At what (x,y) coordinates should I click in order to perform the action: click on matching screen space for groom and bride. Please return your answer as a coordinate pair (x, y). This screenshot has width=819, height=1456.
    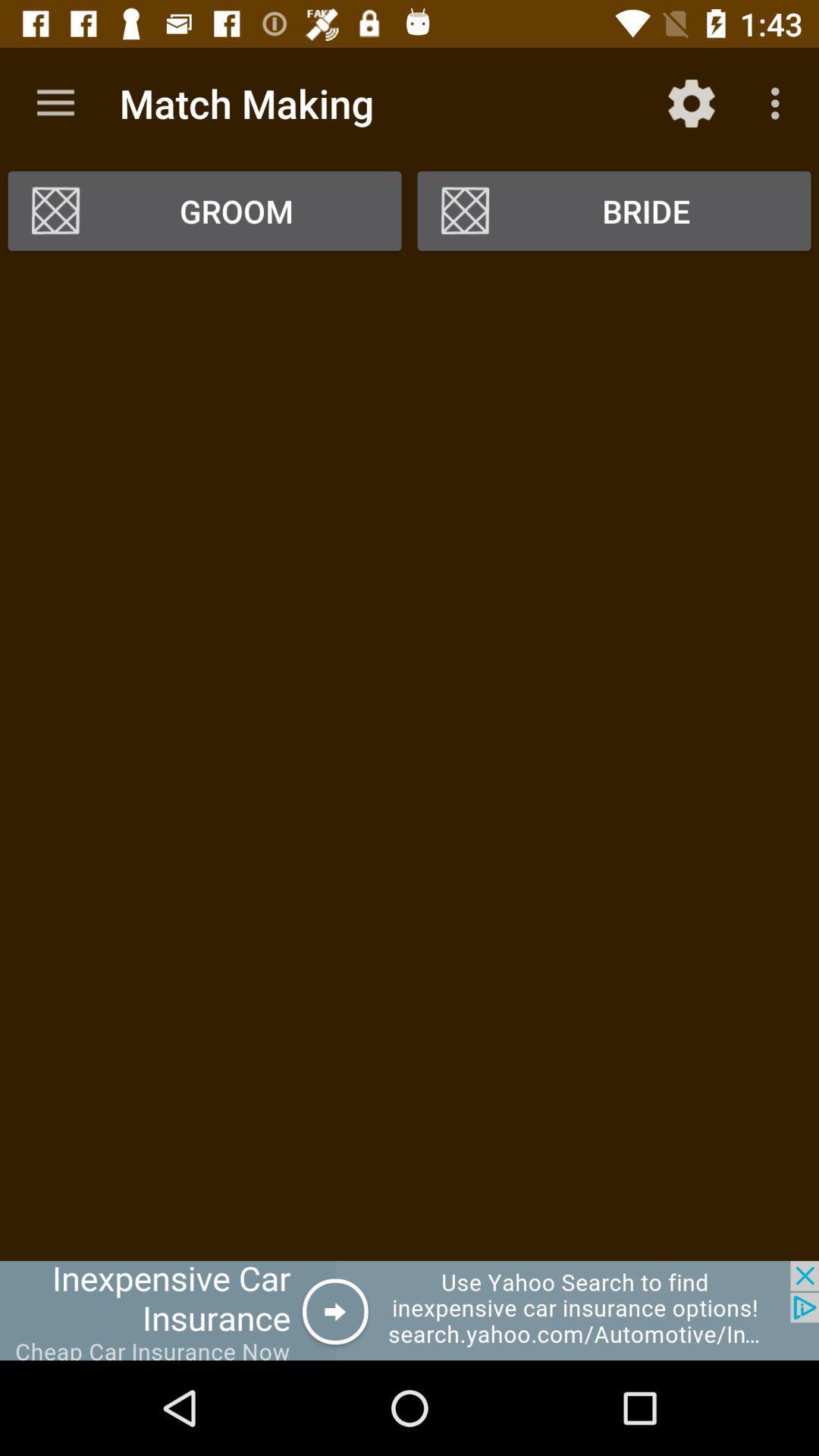
    Looking at the image, I should click on (409, 761).